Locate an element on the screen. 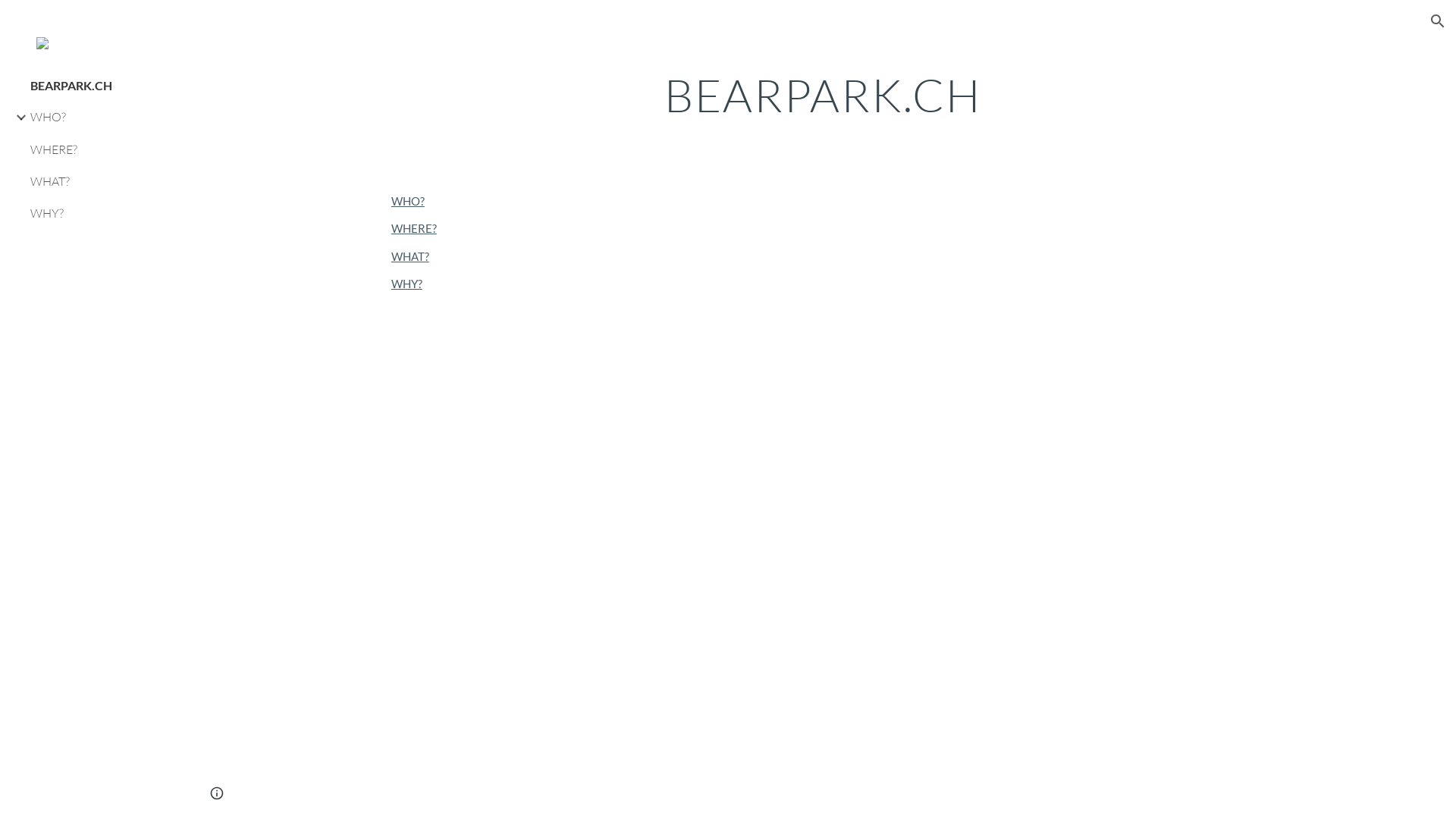 This screenshot has height=819, width=1456. 'BEARPARK.CH' is located at coordinates (103, 85).